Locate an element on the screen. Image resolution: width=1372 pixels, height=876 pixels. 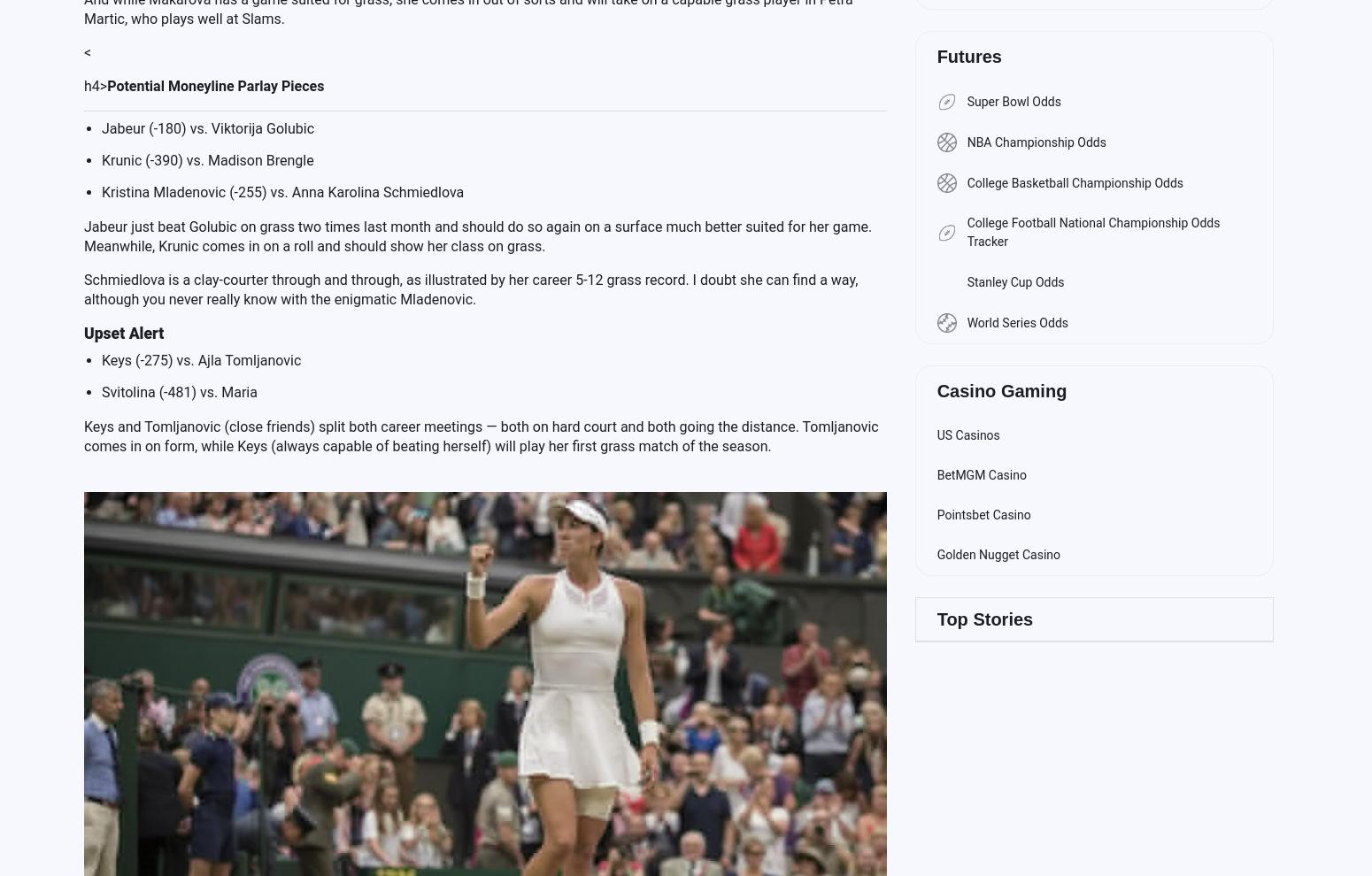
'Potential Moneyline Parlay Pieces' is located at coordinates (107, 85).